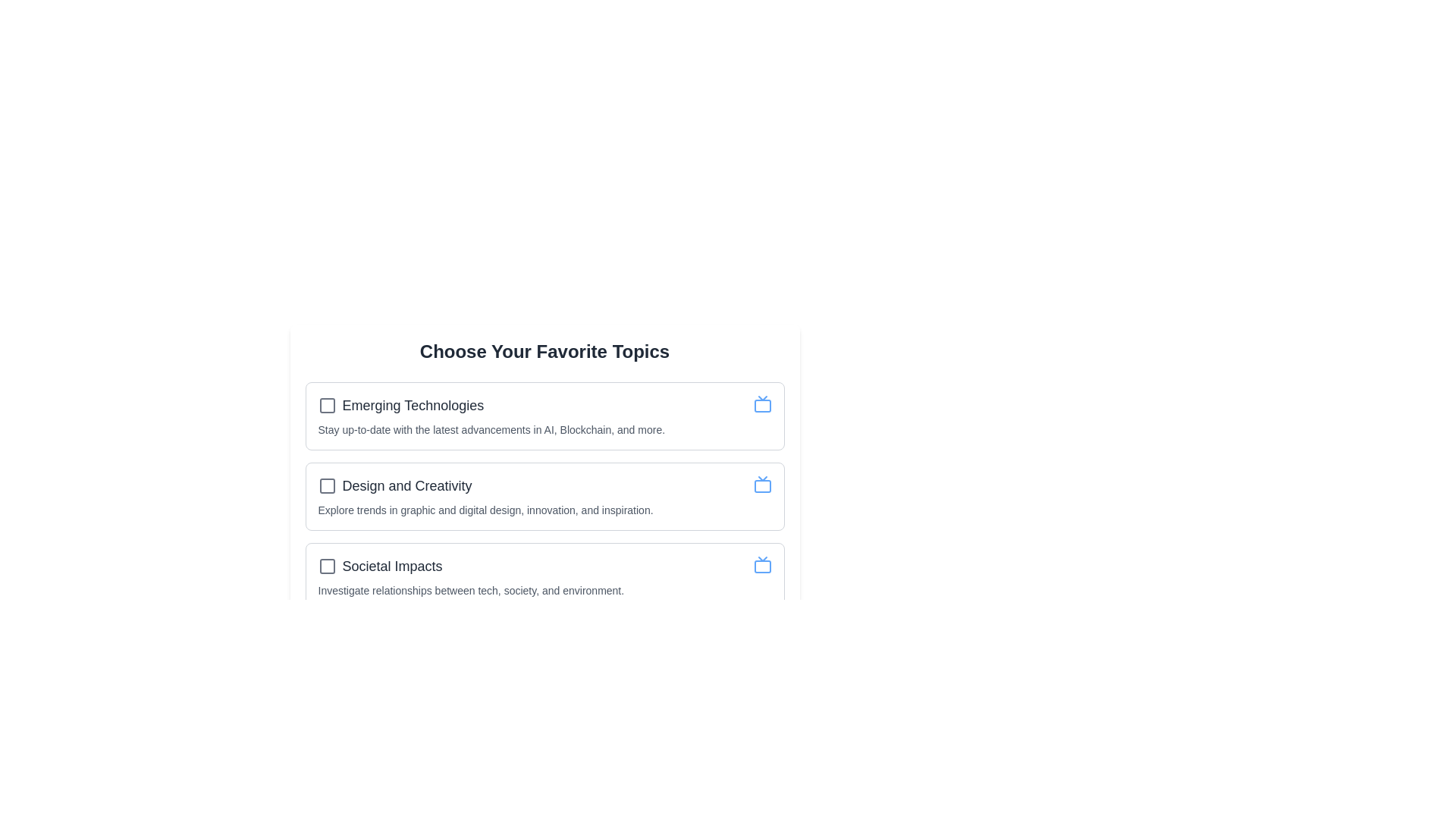 The image size is (1456, 819). Describe the element at coordinates (326, 566) in the screenshot. I see `the unchecked checkbox icon for the 'Societal Impacts' topic, which is a small square with rounded corners, styled with a border and no fill` at that location.